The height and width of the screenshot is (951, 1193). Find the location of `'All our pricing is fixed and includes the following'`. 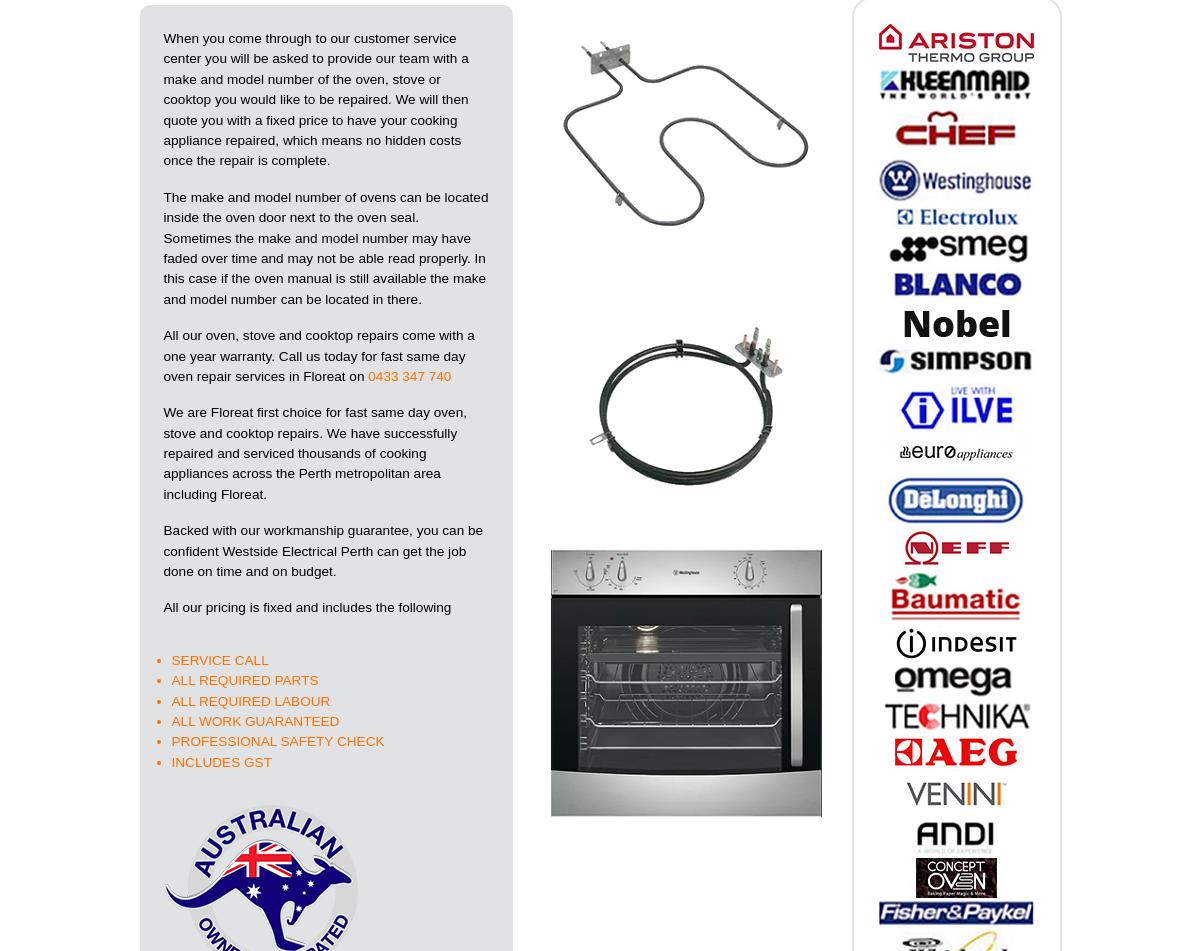

'All our pricing is fixed and includes the following' is located at coordinates (162, 606).